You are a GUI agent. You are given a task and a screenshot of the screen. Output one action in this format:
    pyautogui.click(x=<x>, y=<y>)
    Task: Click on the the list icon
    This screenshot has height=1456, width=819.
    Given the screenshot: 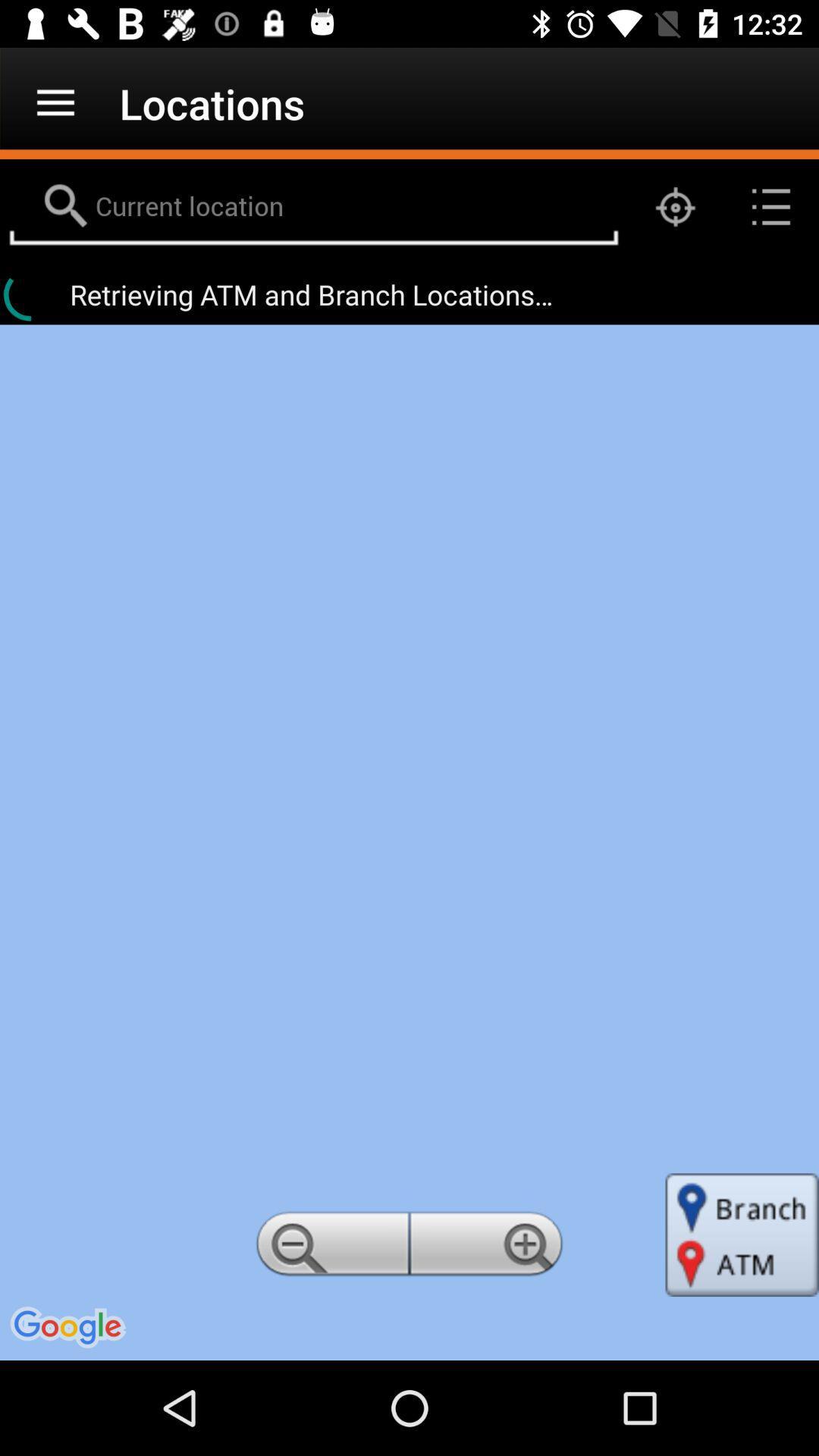 What is the action you would take?
    pyautogui.click(x=771, y=206)
    